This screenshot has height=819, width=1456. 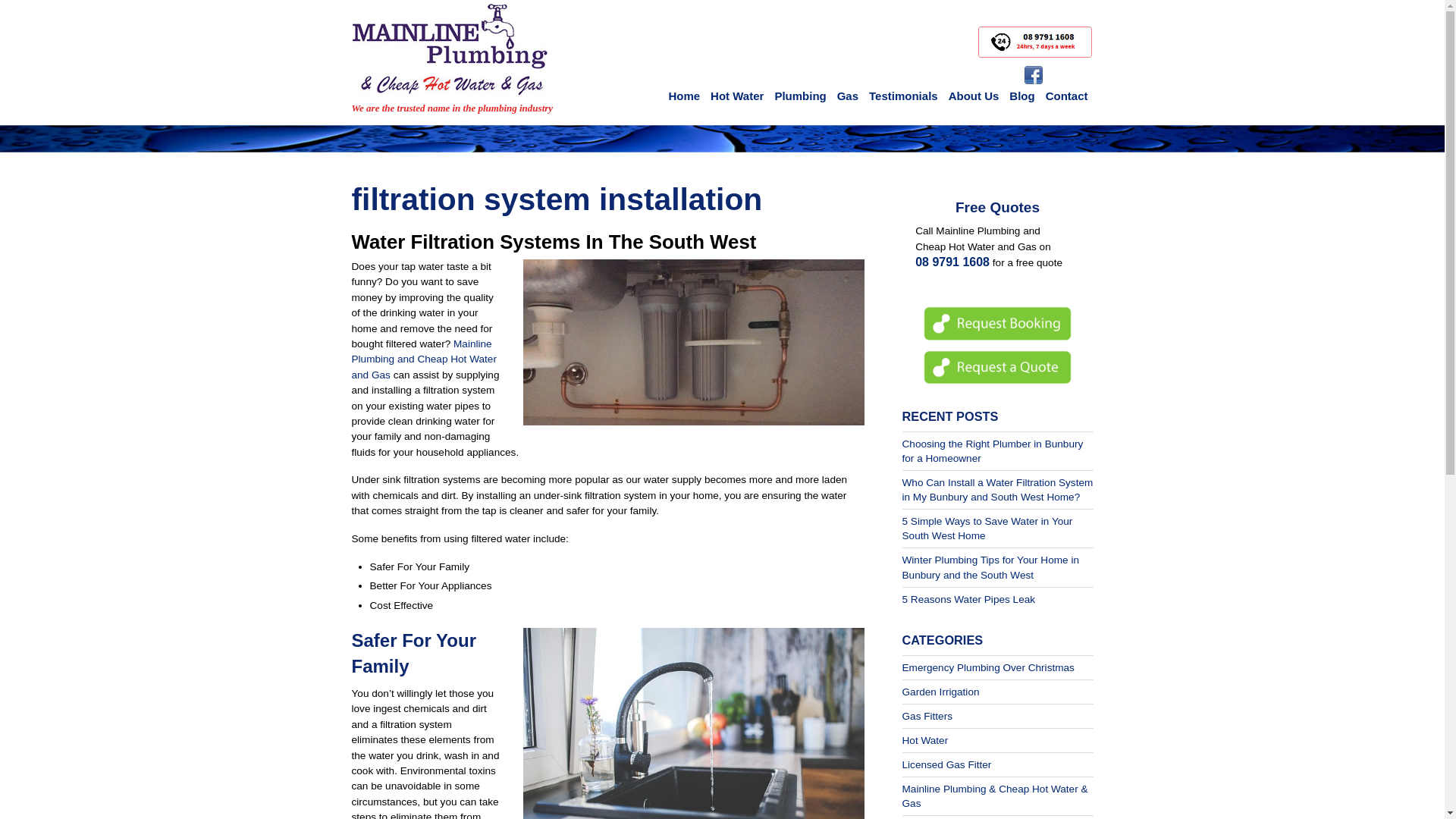 What do you see at coordinates (1065, 96) in the screenshot?
I see `'Contact'` at bounding box center [1065, 96].